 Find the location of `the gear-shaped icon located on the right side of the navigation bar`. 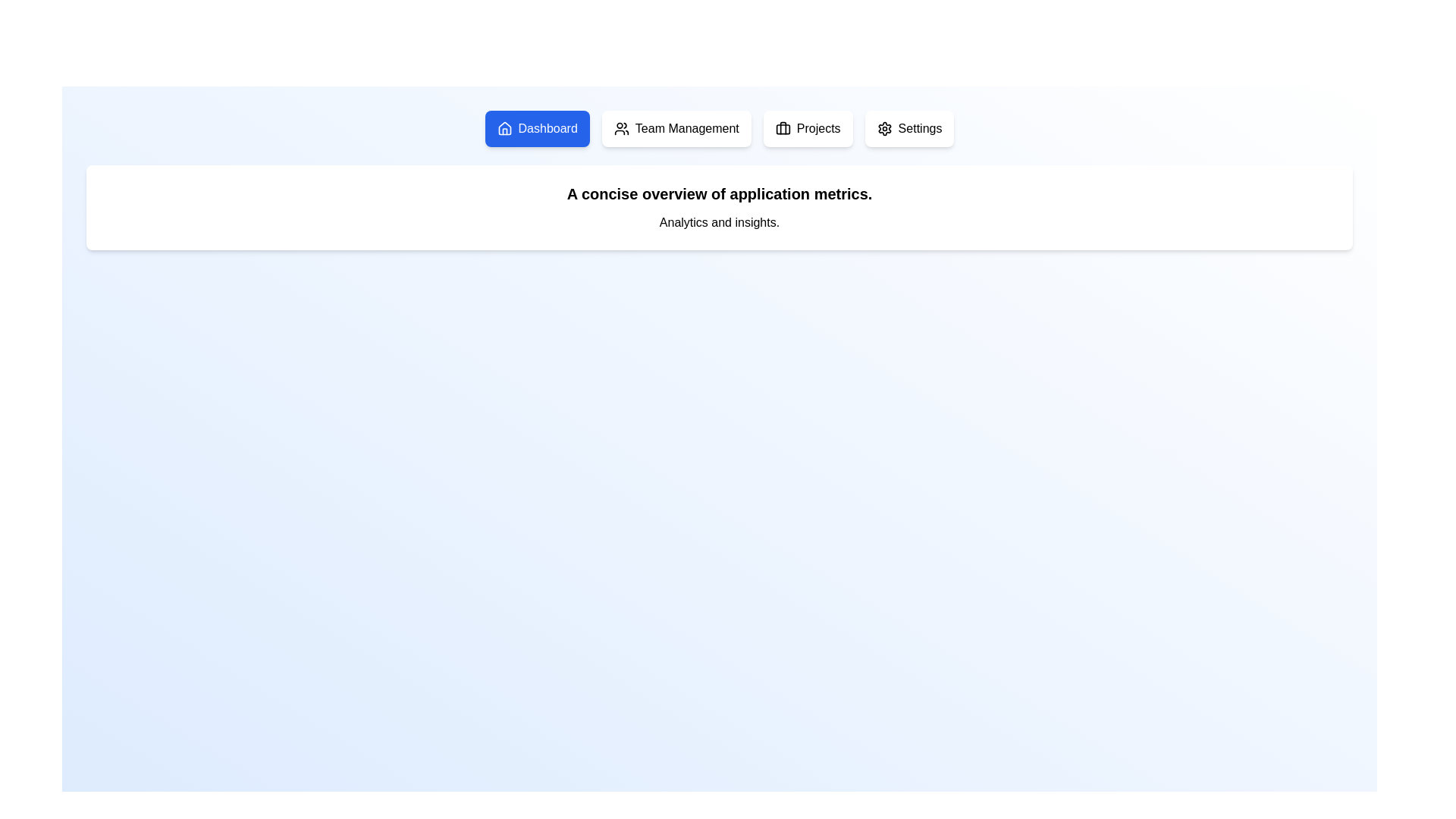

the gear-shaped icon located on the right side of the navigation bar is located at coordinates (884, 127).